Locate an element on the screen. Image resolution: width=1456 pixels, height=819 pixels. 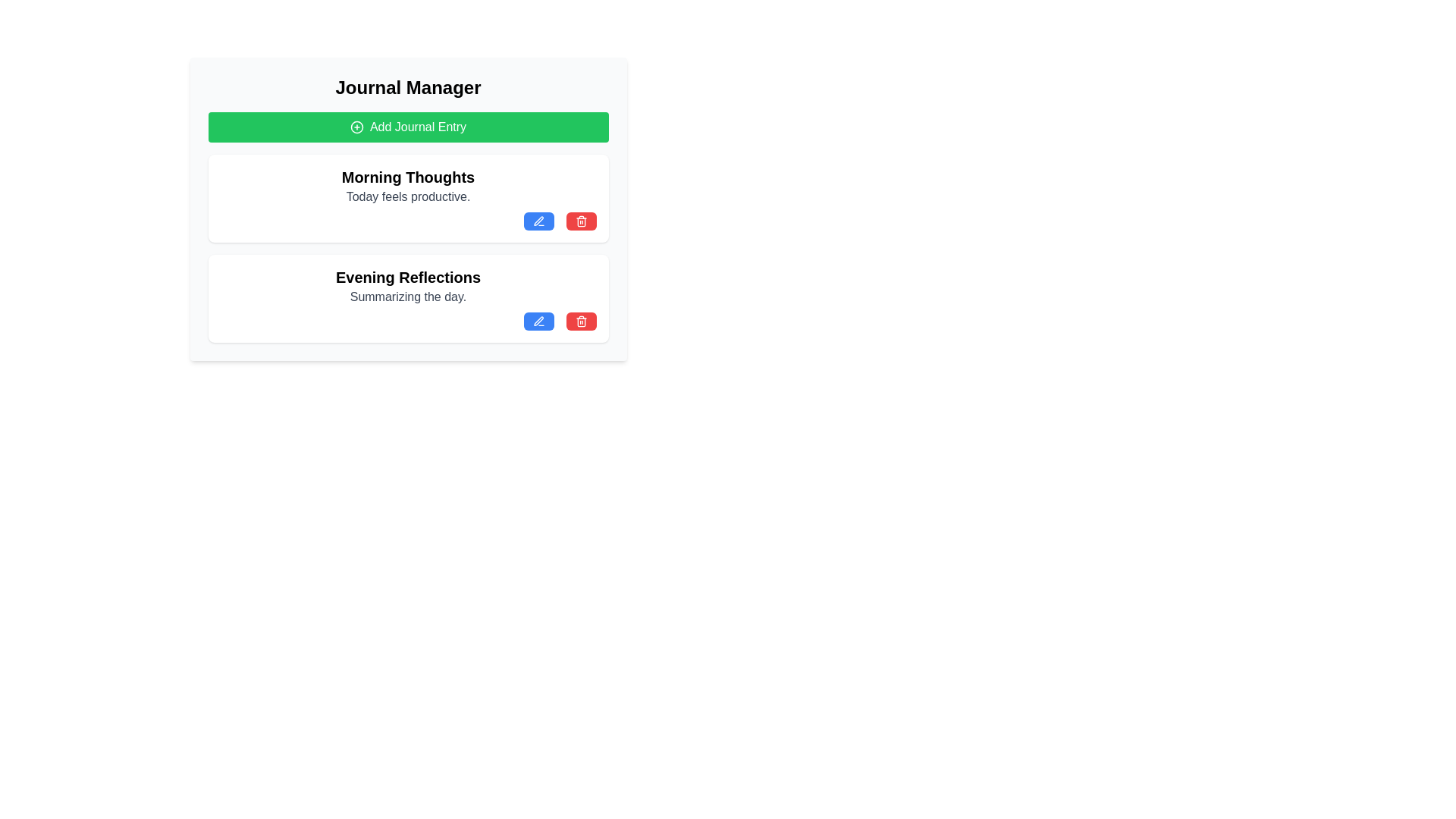
the Text Content Block that displays the title and description of a journal entry, located in the center of the interface within the 'Journal Manager' section is located at coordinates (408, 186).